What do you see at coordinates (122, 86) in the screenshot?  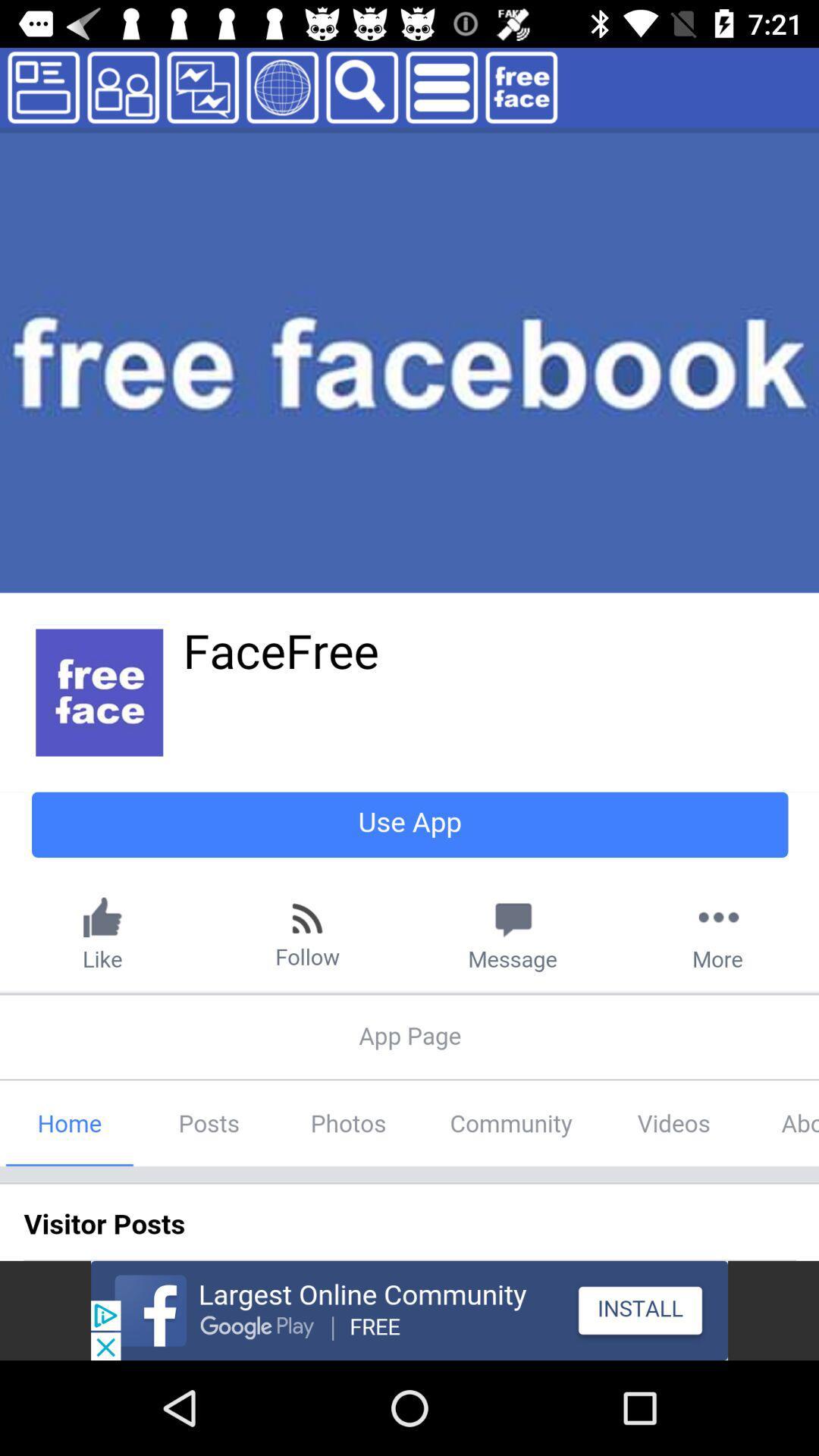 I see `the group icon` at bounding box center [122, 86].